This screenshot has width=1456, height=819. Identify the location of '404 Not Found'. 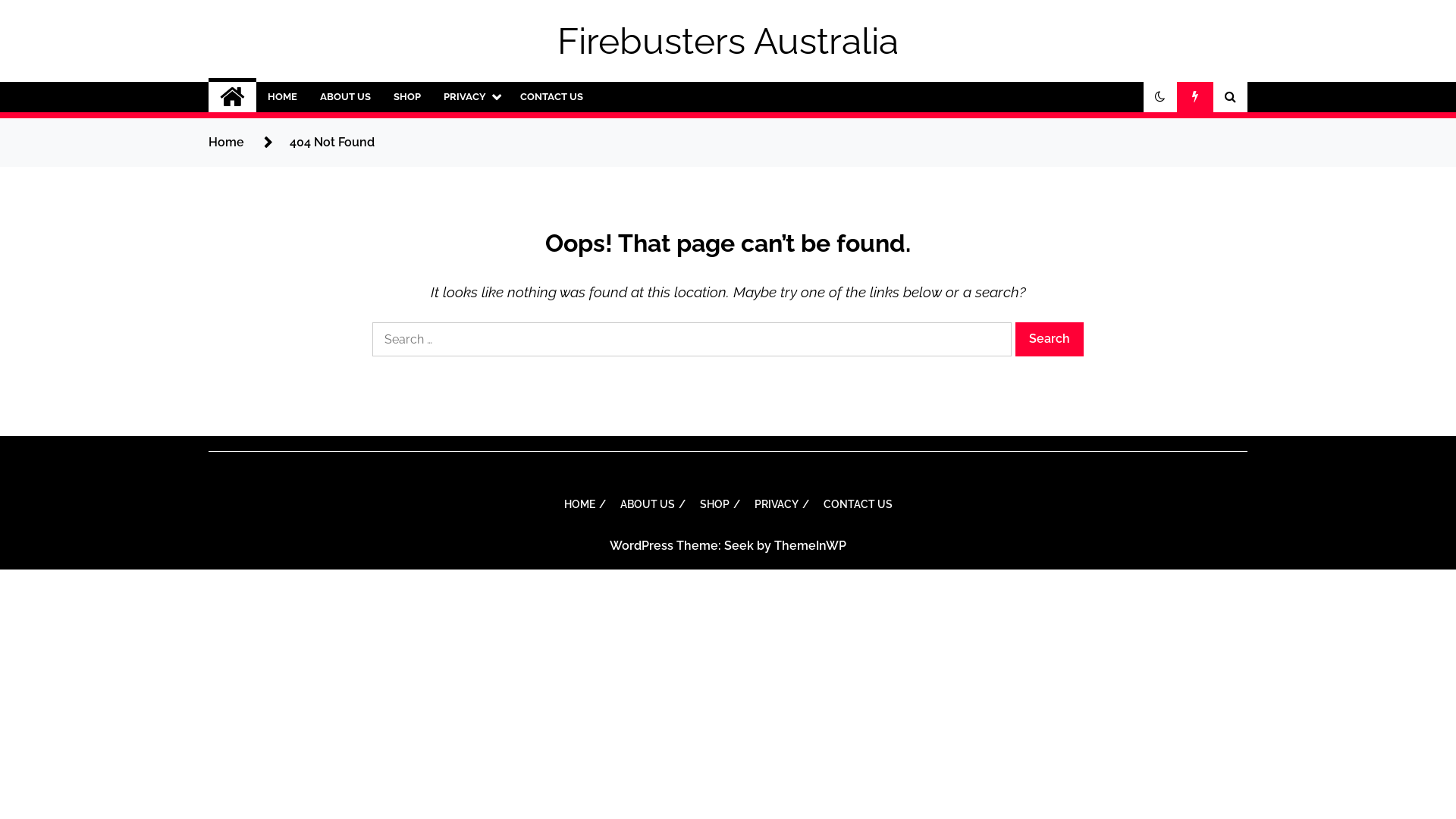
(331, 142).